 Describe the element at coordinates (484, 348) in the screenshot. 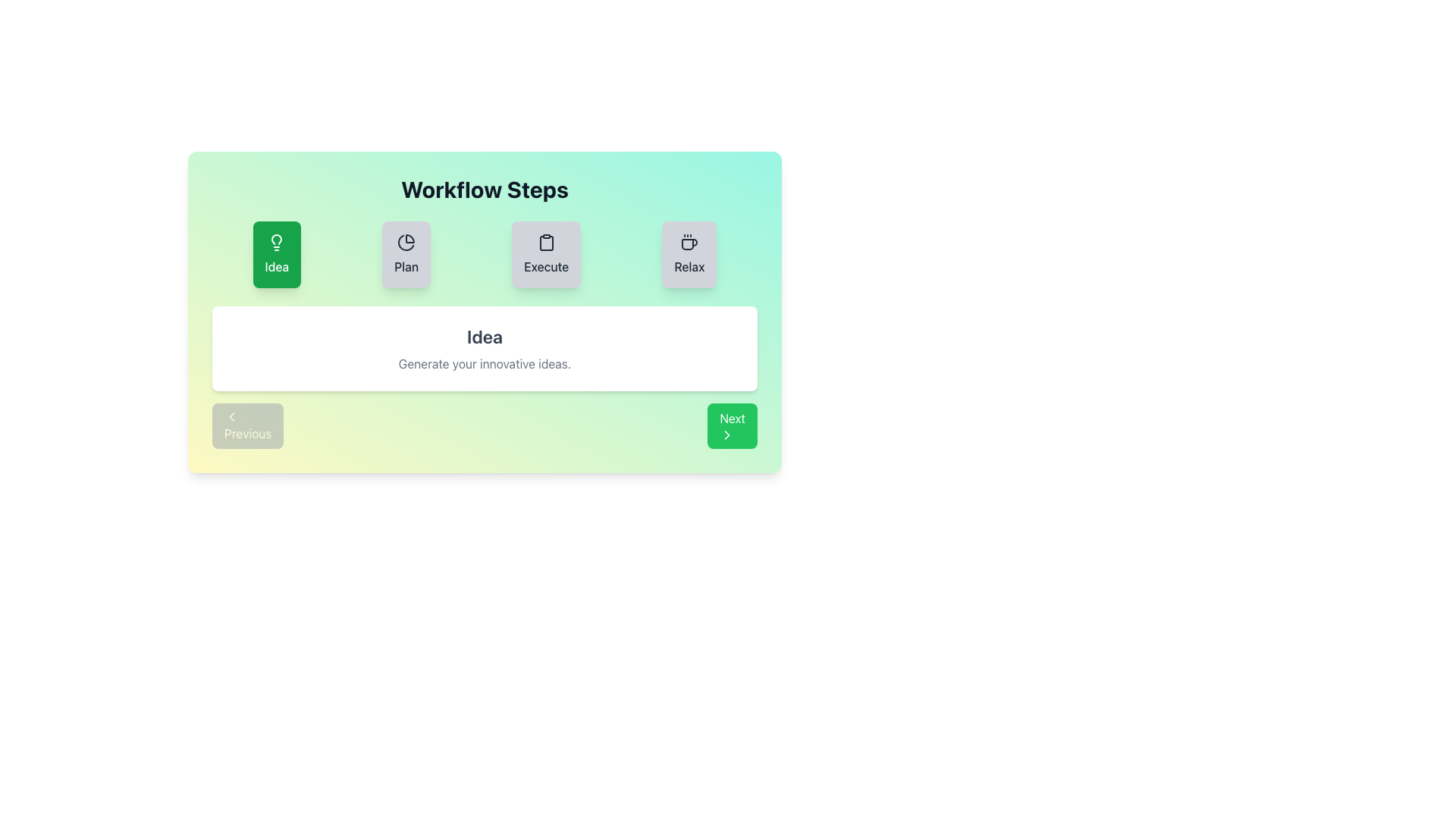

I see `the rectangular white card containing the title 'Idea' and the text 'Generate your innovative ideas.' positioned in the center of the 'Workflow Steps' section` at that location.